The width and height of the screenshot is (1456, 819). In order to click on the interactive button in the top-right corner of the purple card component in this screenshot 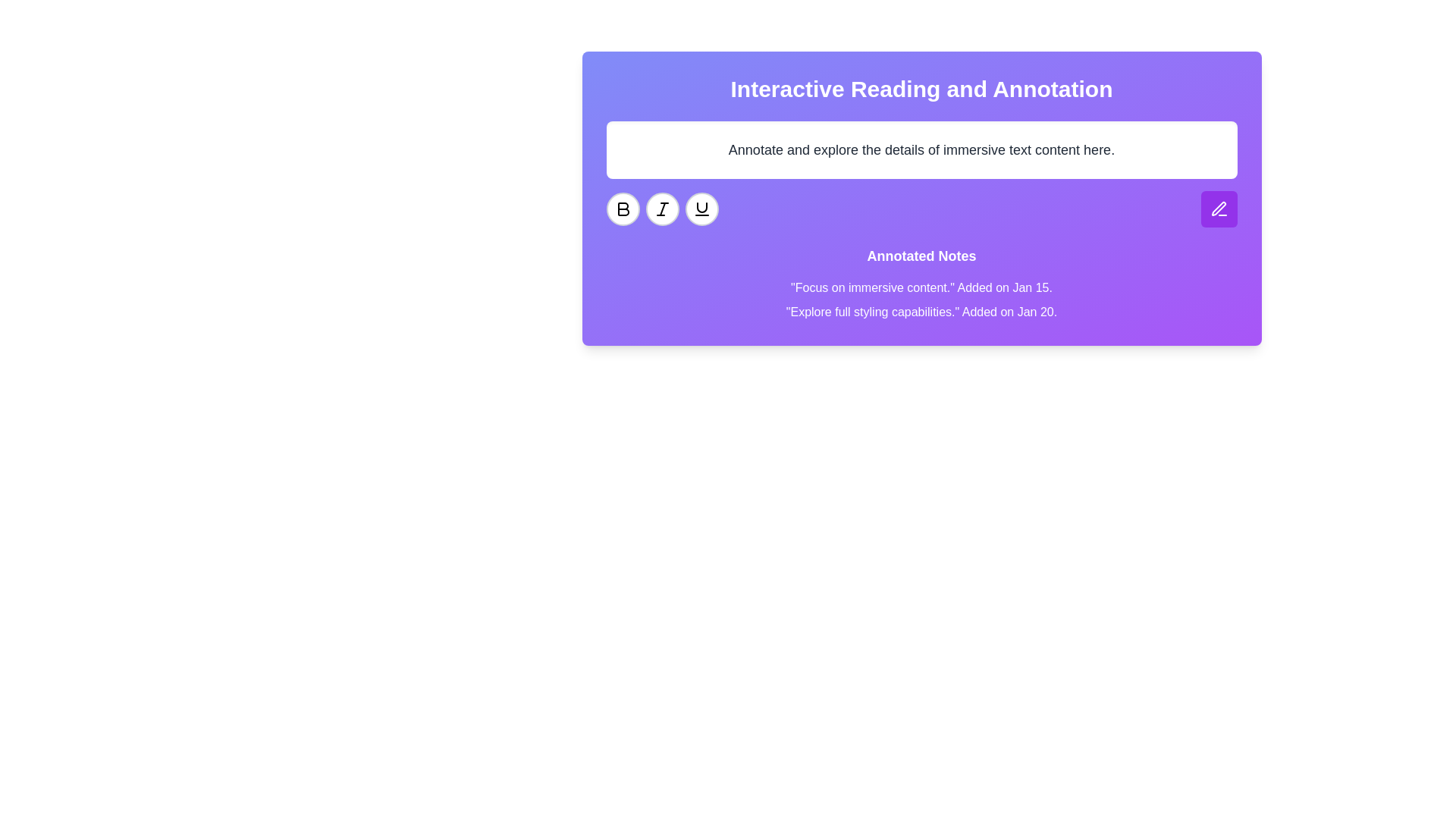, I will do `click(1219, 209)`.